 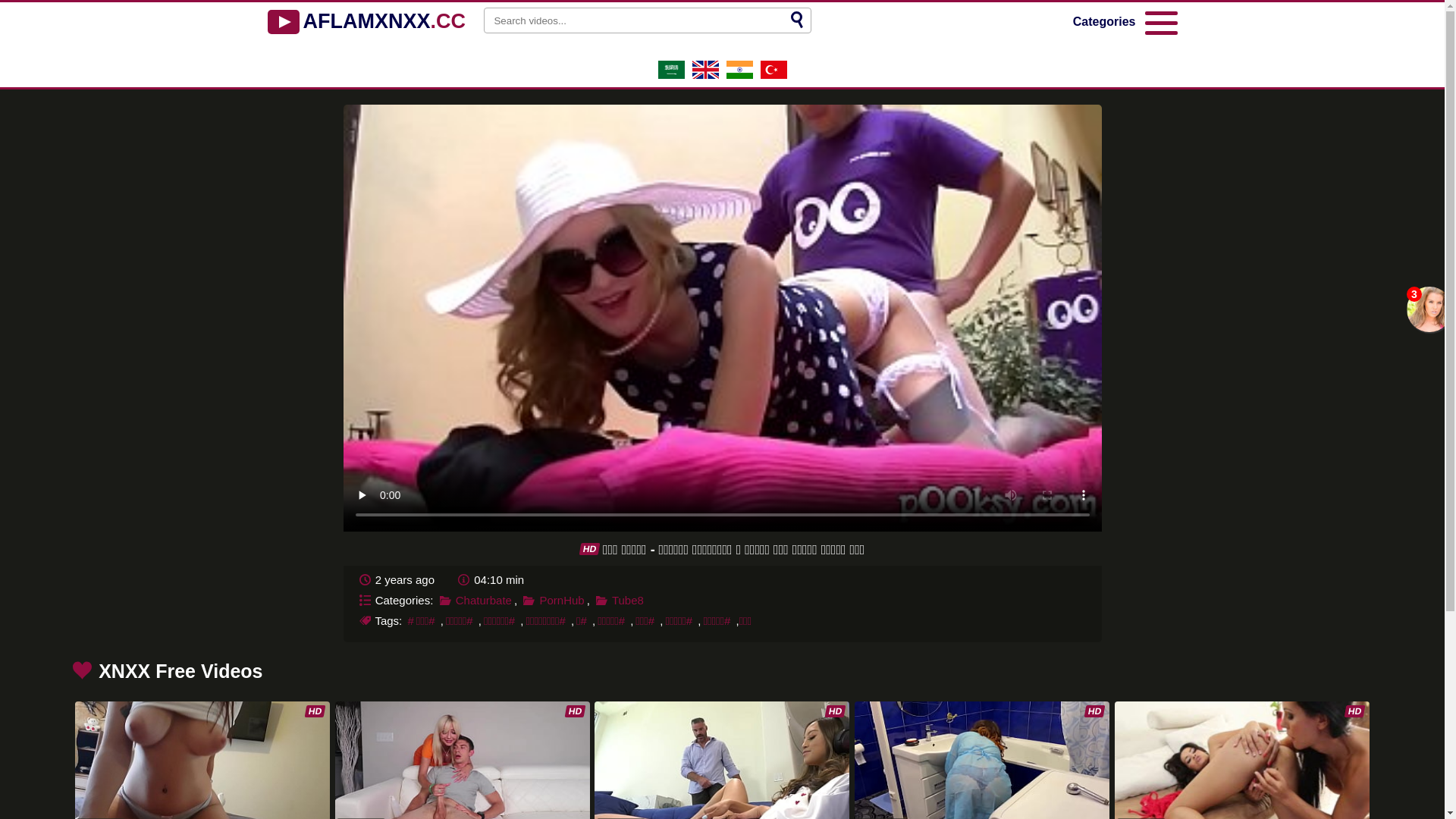 What do you see at coordinates (619, 598) in the screenshot?
I see `'Tube8'` at bounding box center [619, 598].